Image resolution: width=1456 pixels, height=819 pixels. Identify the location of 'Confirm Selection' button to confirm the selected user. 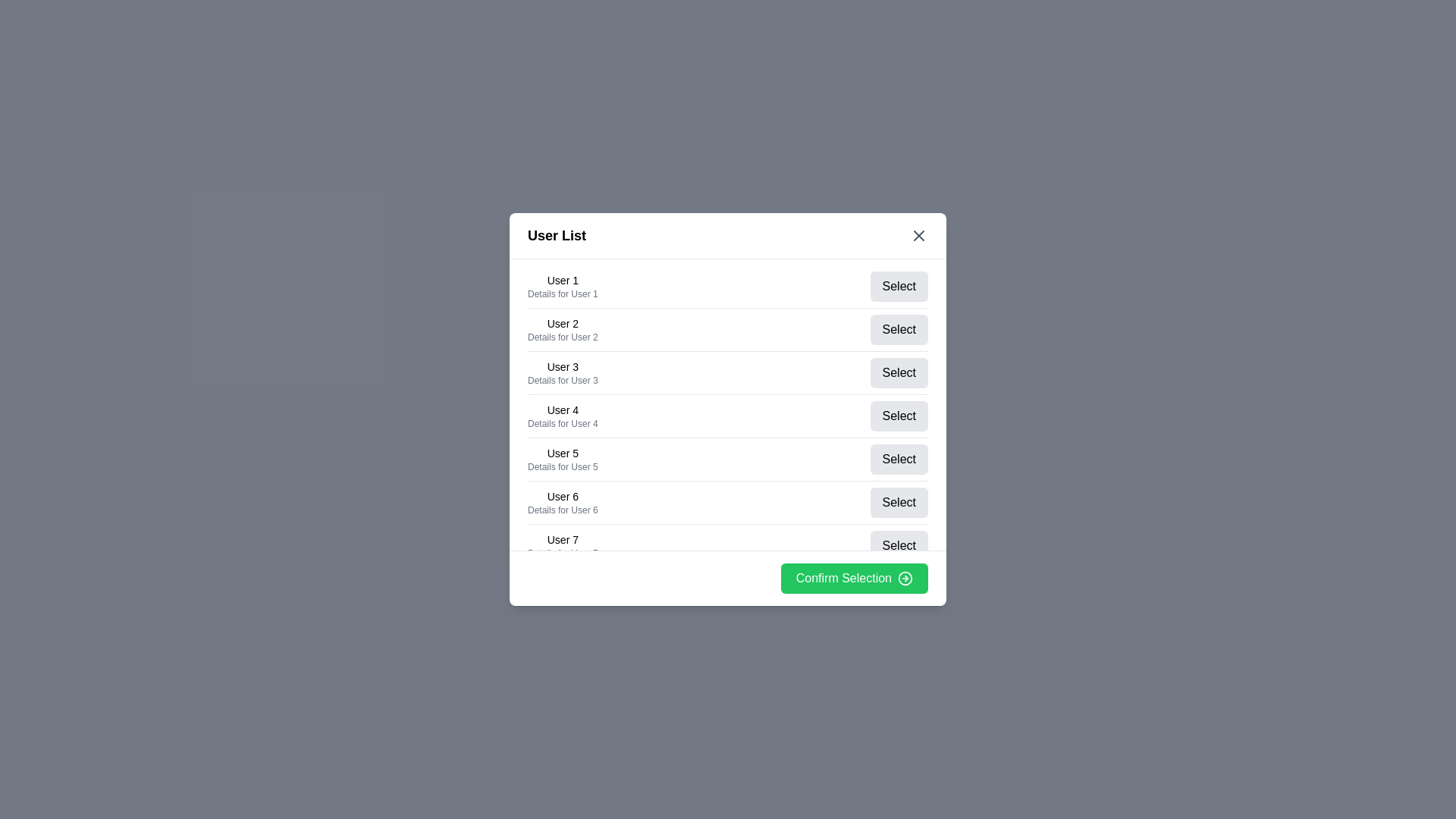
(854, 579).